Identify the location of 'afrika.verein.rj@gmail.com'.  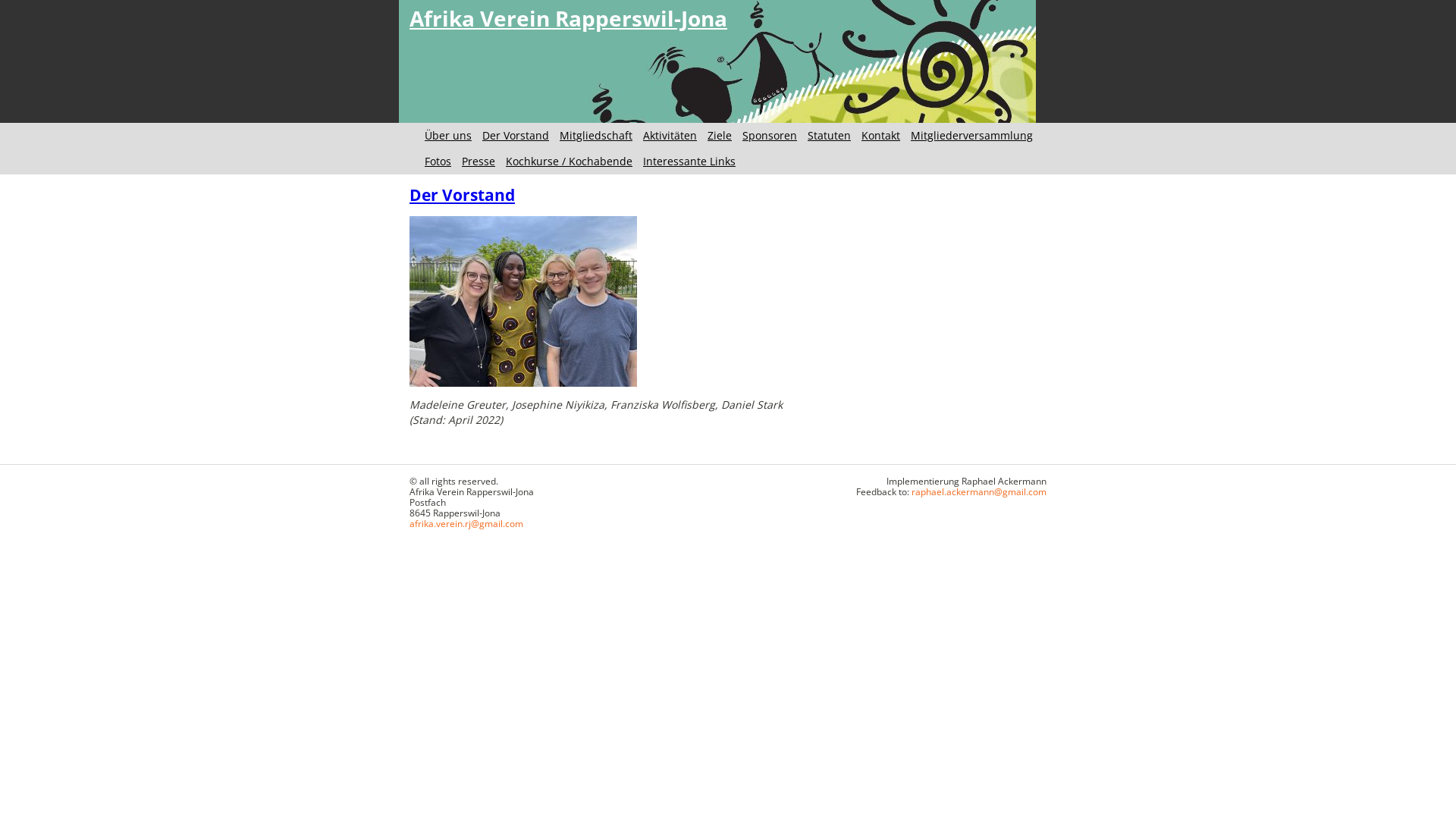
(465, 522).